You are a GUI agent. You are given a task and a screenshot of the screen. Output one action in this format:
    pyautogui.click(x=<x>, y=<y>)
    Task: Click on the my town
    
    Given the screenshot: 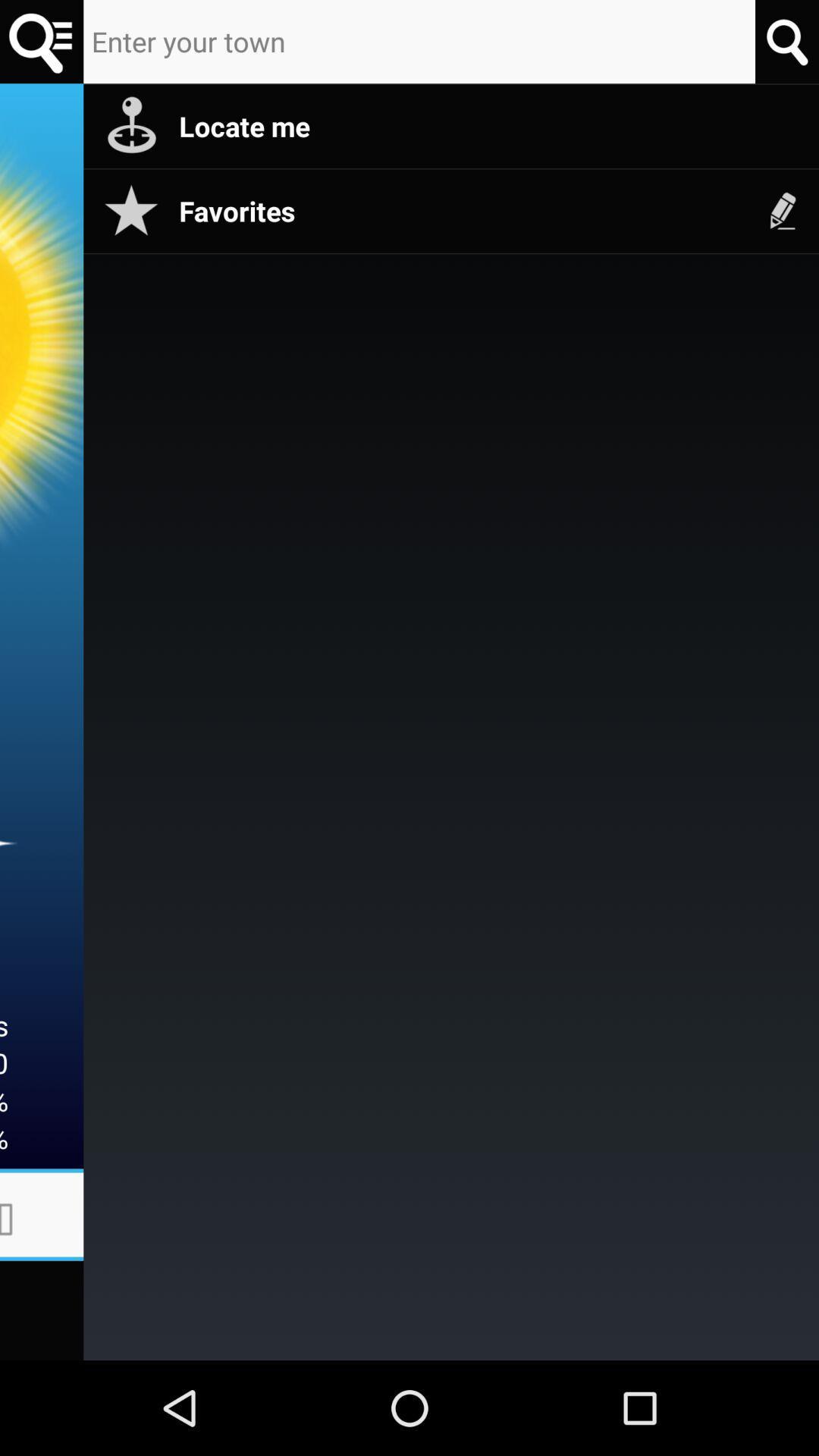 What is the action you would take?
    pyautogui.click(x=419, y=42)
    